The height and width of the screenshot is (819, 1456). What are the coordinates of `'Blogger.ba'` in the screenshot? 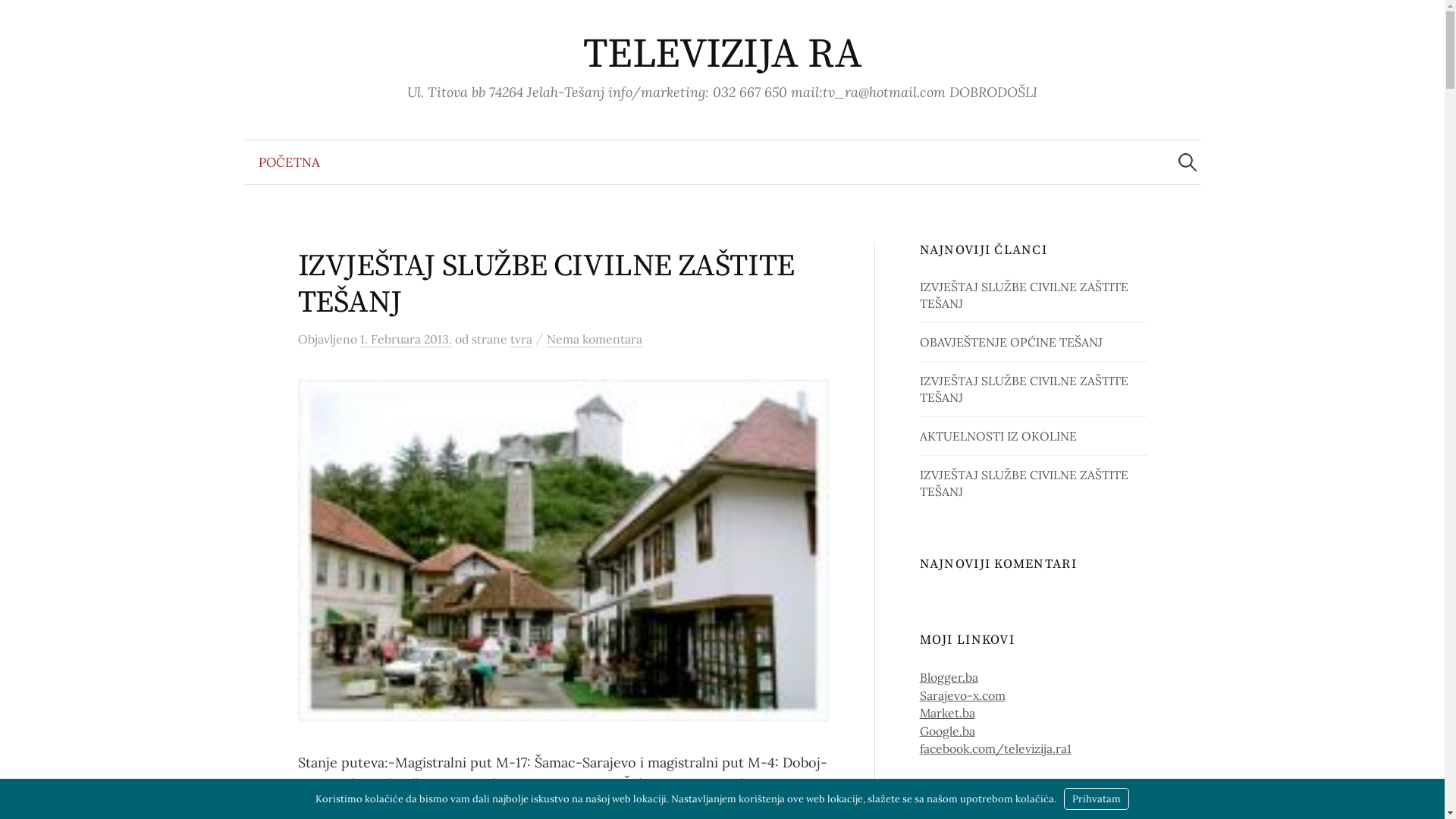 It's located at (948, 676).